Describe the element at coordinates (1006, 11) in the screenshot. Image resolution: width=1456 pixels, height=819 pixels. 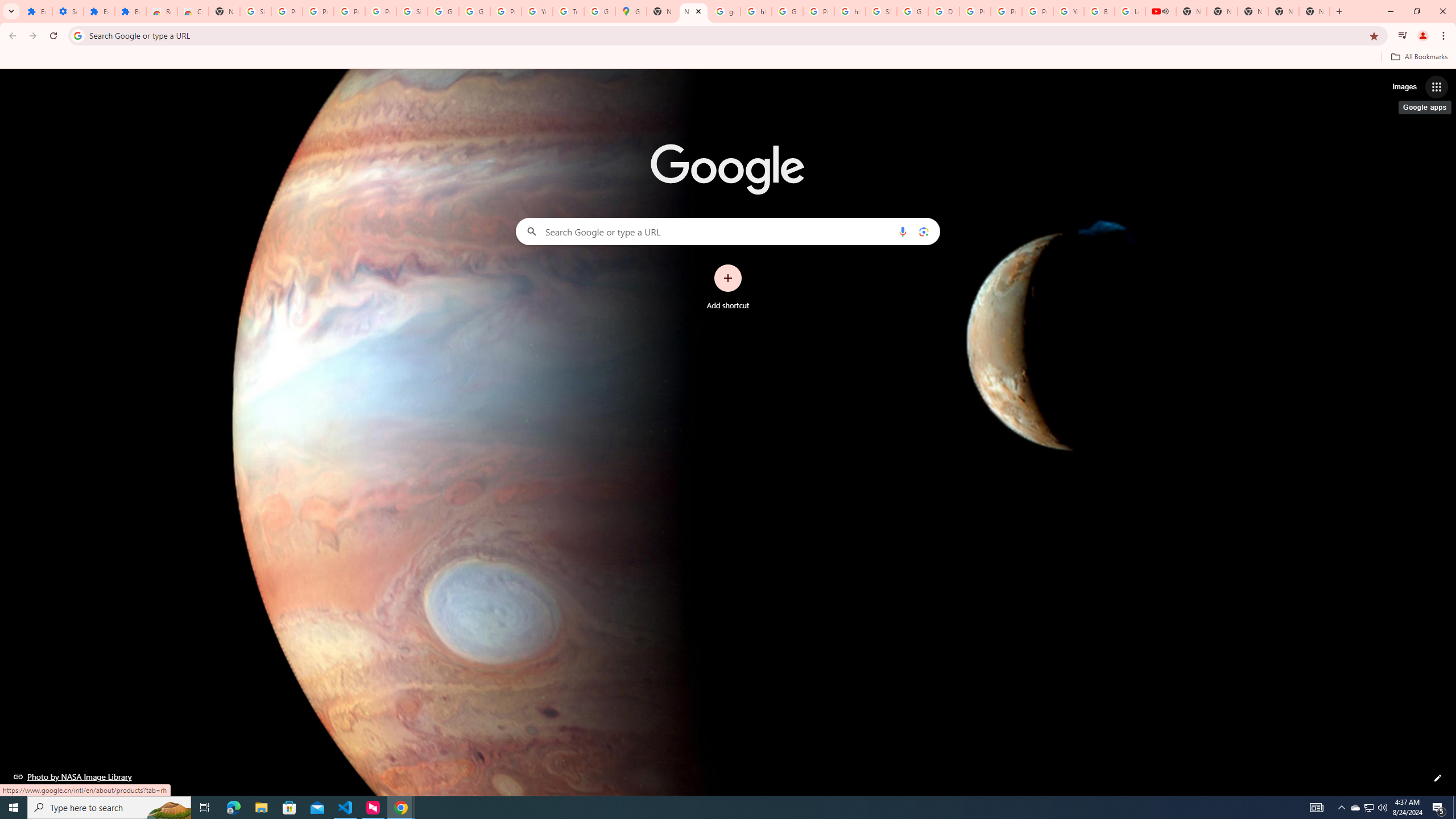
I see `'Privacy Help Center - Policies Help'` at that location.